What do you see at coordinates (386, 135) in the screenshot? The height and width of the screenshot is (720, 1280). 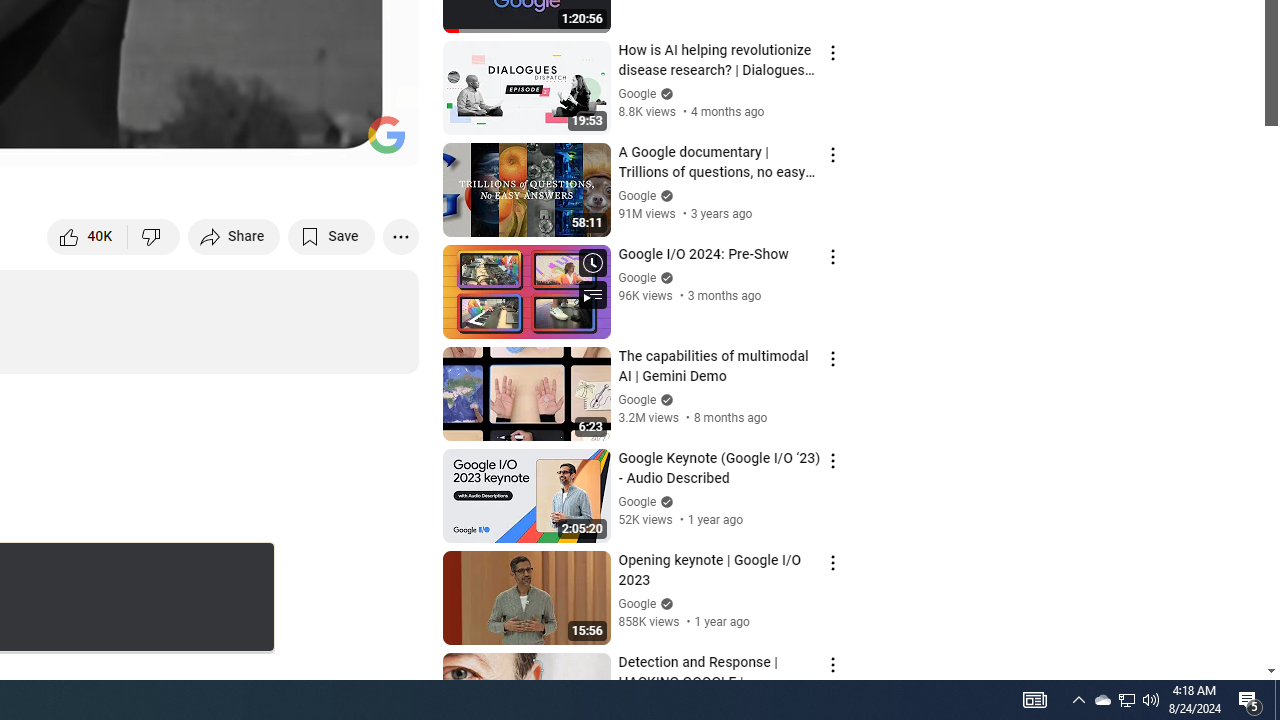 I see `'Channel watermark'` at bounding box center [386, 135].